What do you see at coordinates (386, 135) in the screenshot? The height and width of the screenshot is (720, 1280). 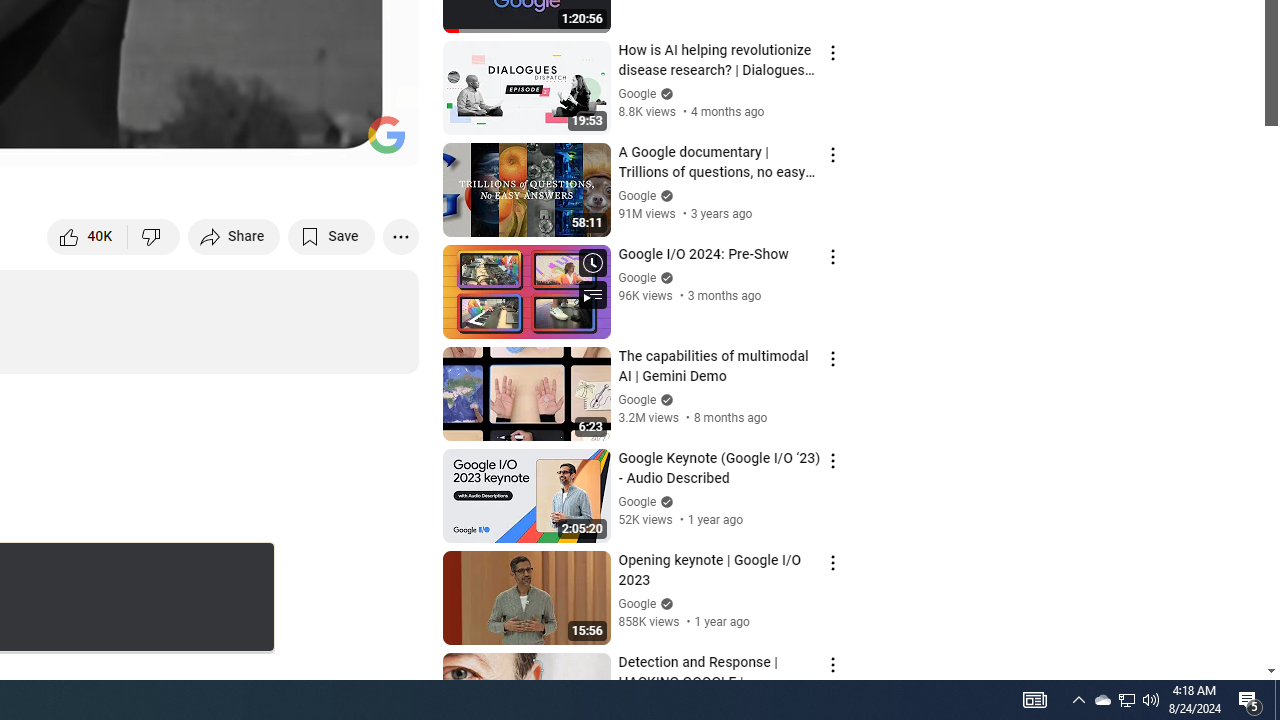 I see `'Channel watermark'` at bounding box center [386, 135].